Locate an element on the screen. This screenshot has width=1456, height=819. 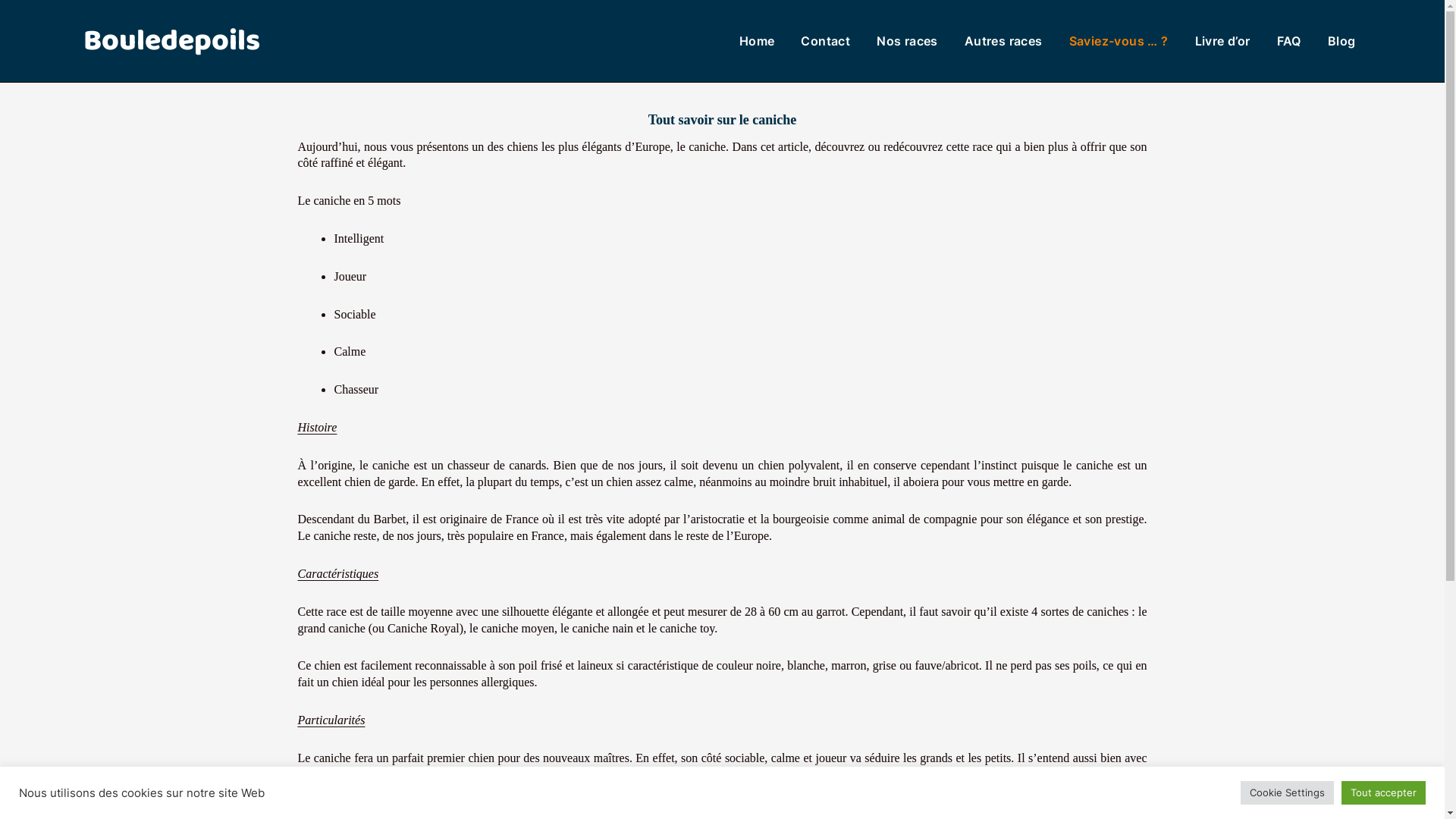
'Cookie Settings' is located at coordinates (1286, 792).